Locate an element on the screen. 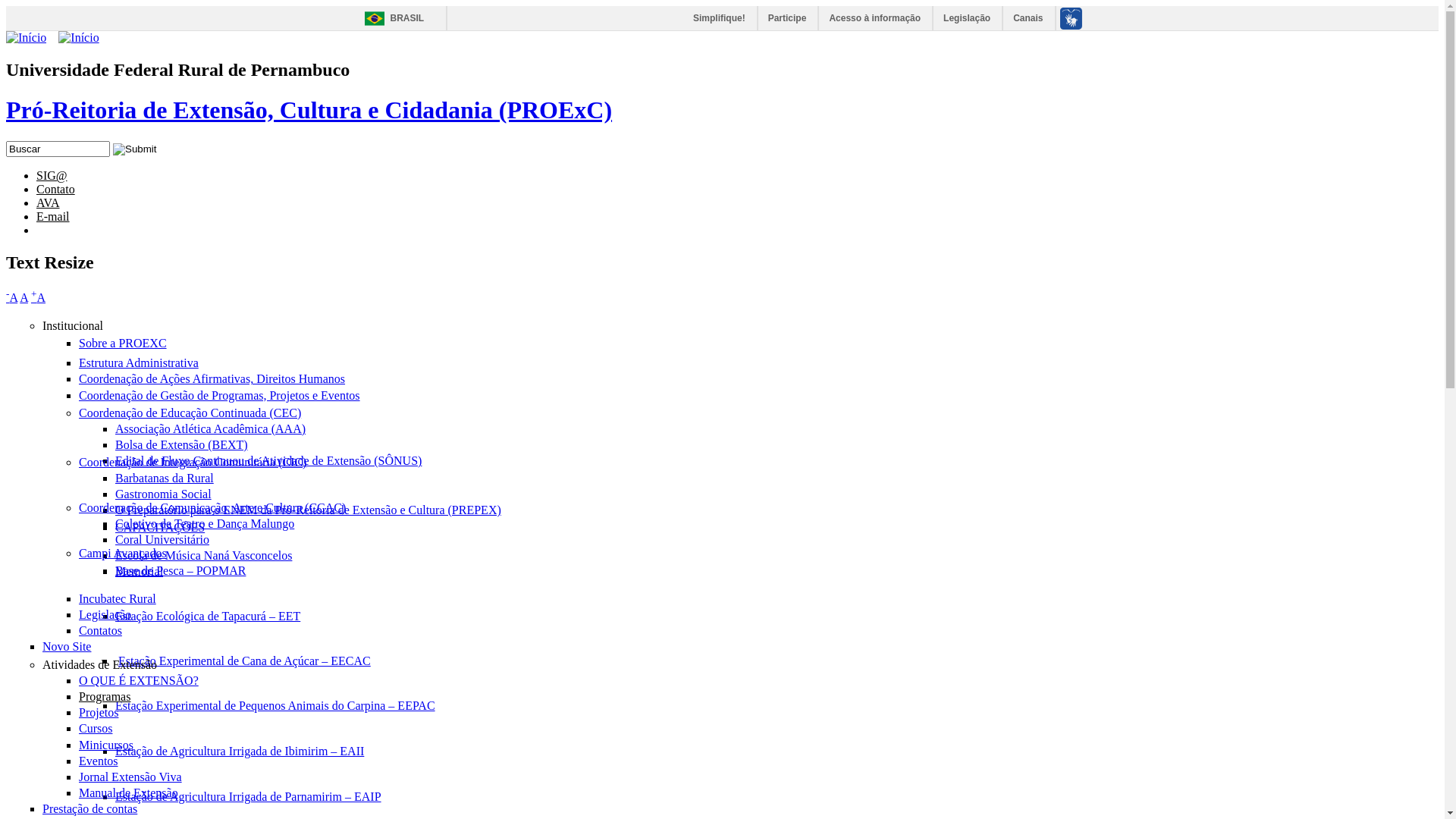 This screenshot has width=1456, height=819. 'SIG@' is located at coordinates (36, 174).